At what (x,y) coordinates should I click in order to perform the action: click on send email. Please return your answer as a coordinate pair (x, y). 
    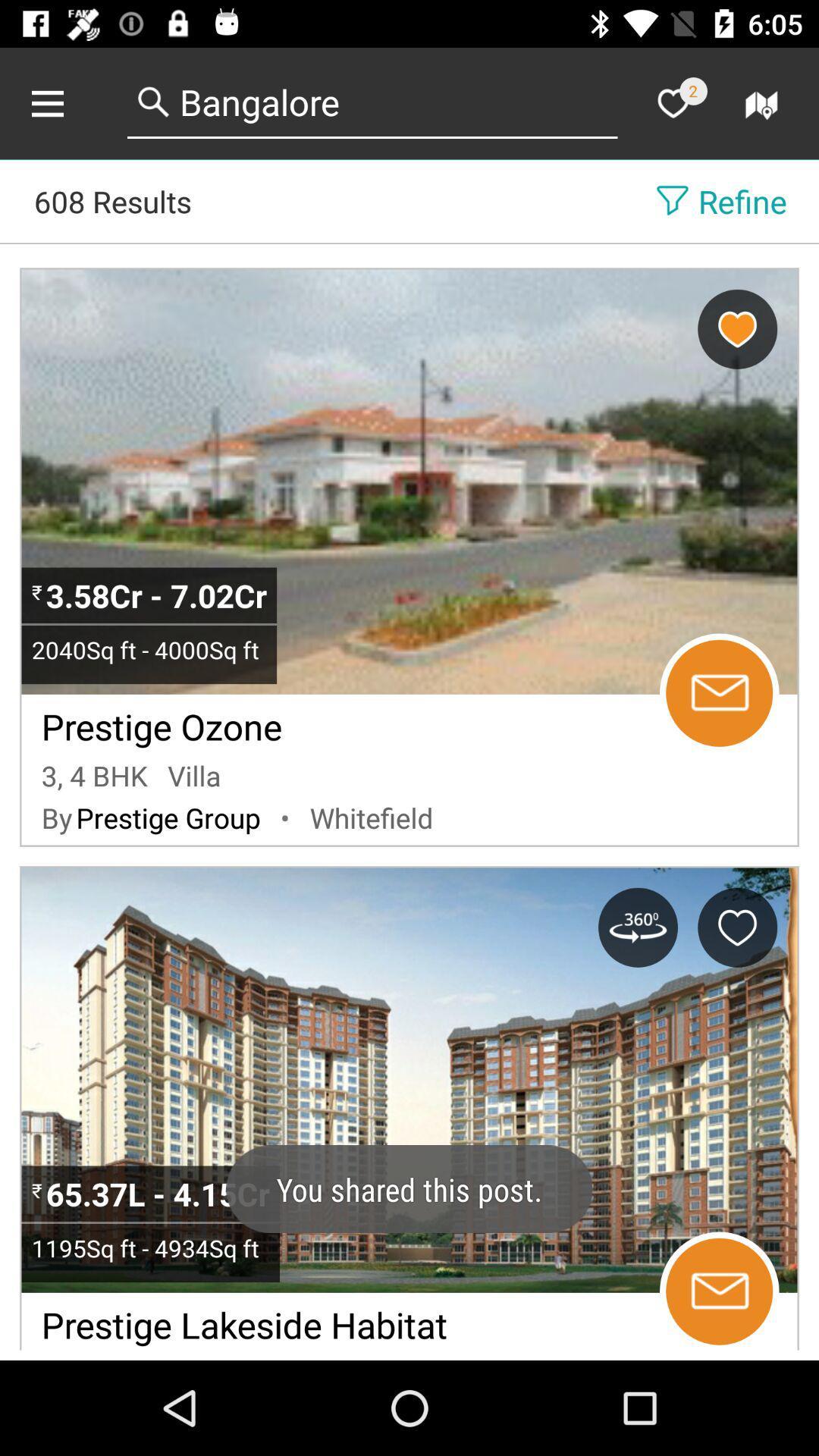
    Looking at the image, I should click on (718, 692).